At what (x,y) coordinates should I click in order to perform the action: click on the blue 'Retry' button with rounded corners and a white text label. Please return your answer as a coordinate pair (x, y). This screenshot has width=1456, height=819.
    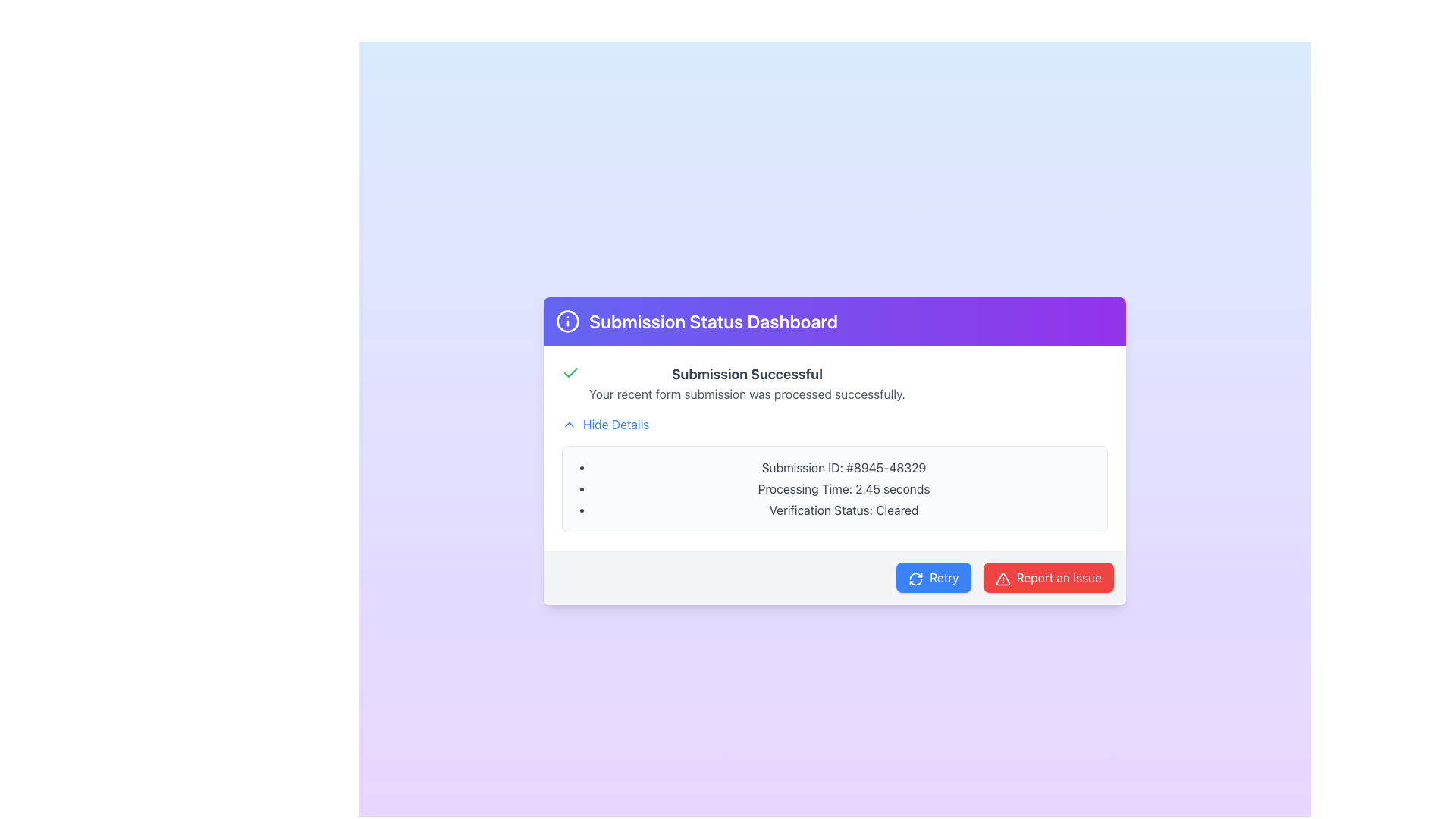
    Looking at the image, I should click on (932, 578).